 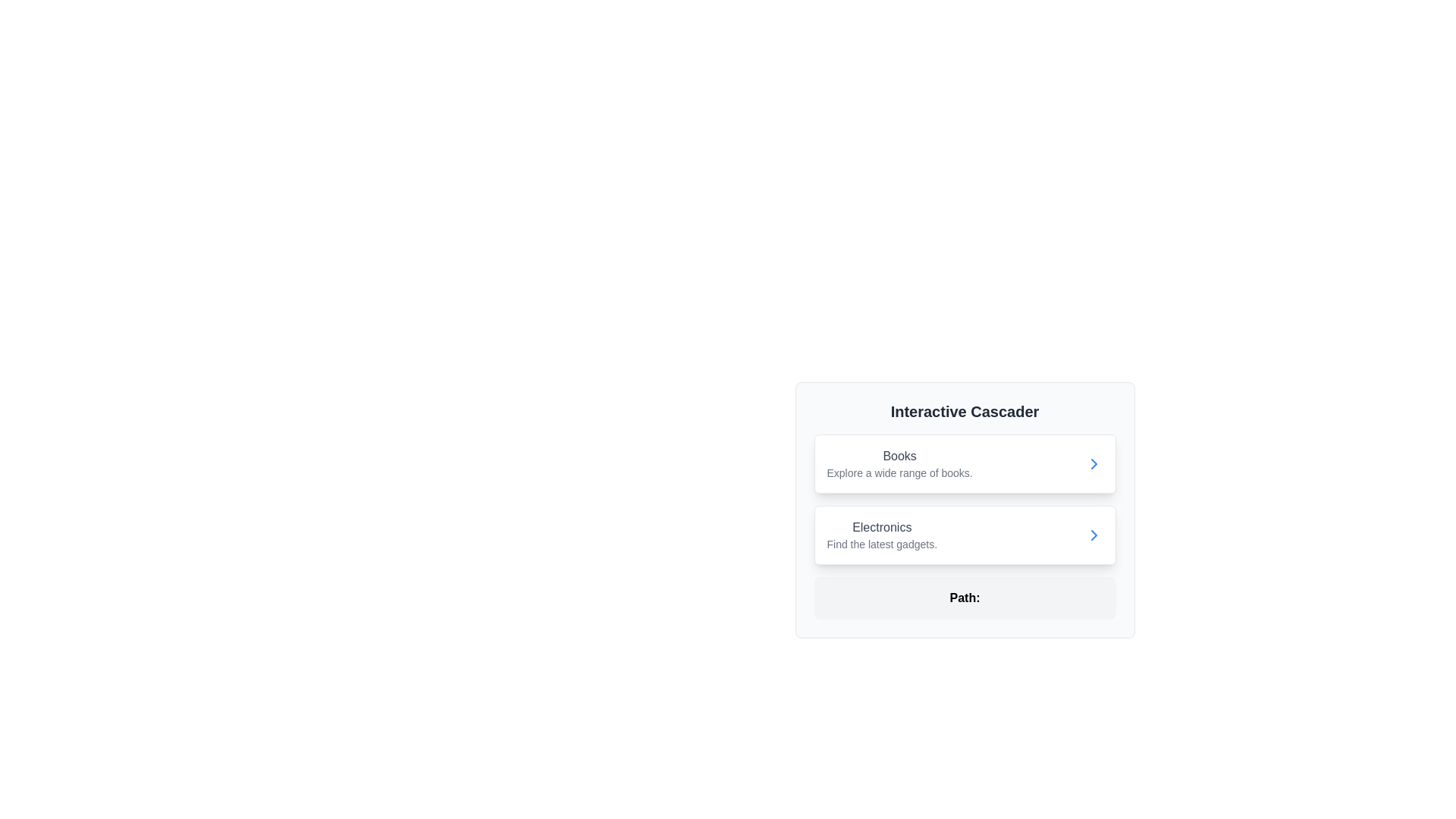 I want to click on the Text heading element that serves as a title for the interactive cascader component, positioned above the 'Books' and 'Electronics' sections, so click(x=964, y=412).